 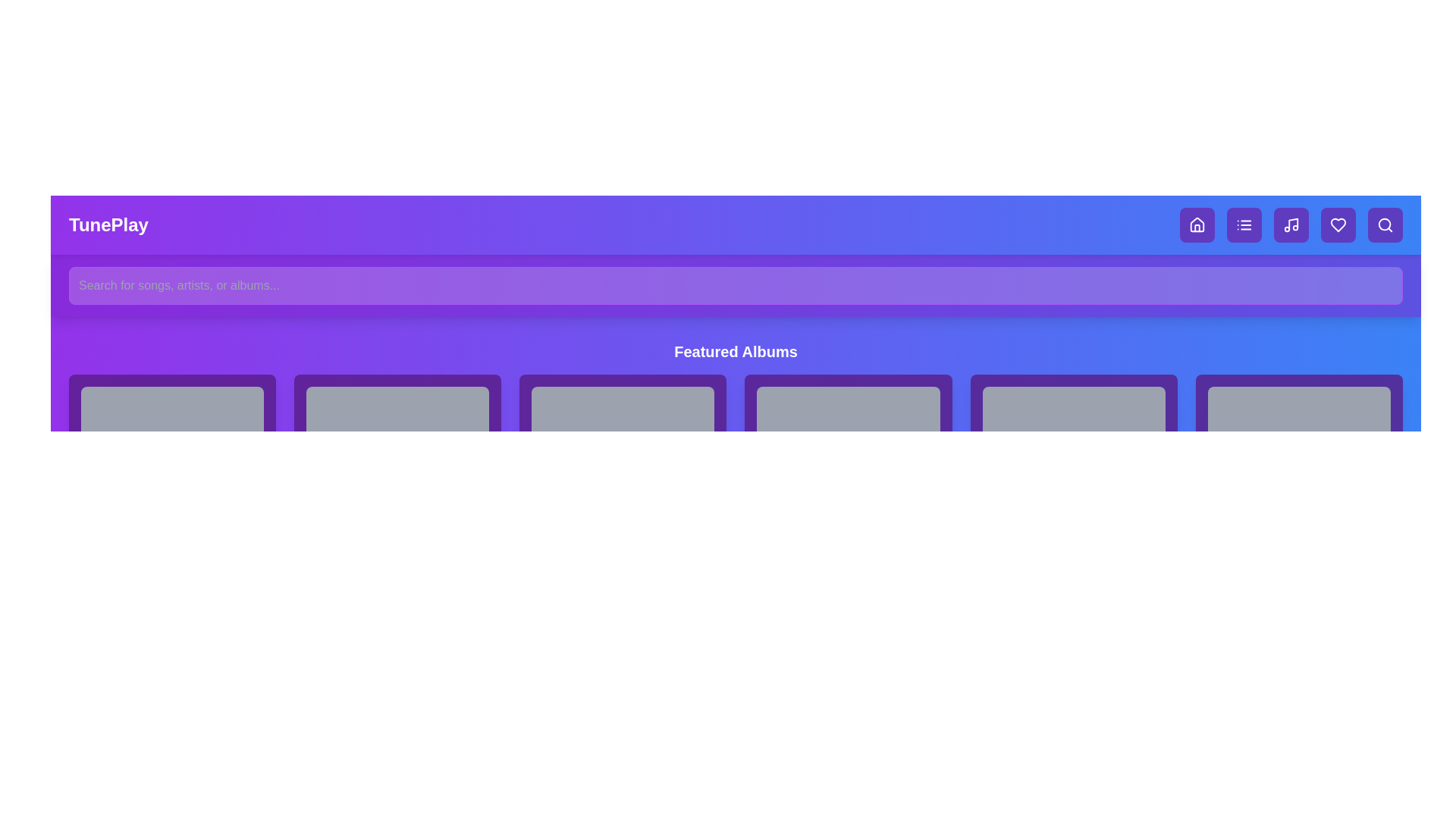 What do you see at coordinates (1291, 225) in the screenshot?
I see `the navigation button for music` at bounding box center [1291, 225].